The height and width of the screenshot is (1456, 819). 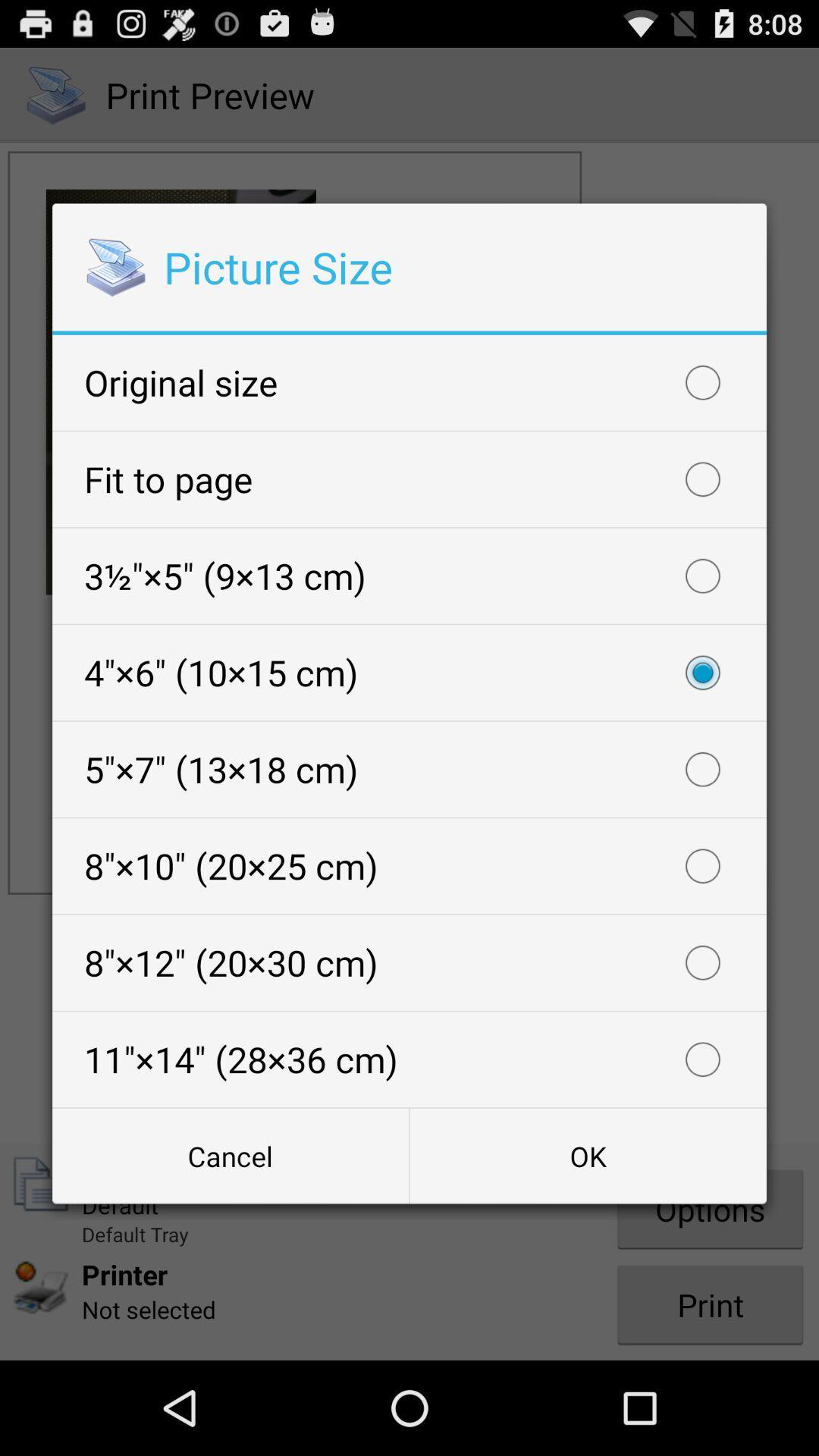 What do you see at coordinates (587, 1155) in the screenshot?
I see `the ok` at bounding box center [587, 1155].